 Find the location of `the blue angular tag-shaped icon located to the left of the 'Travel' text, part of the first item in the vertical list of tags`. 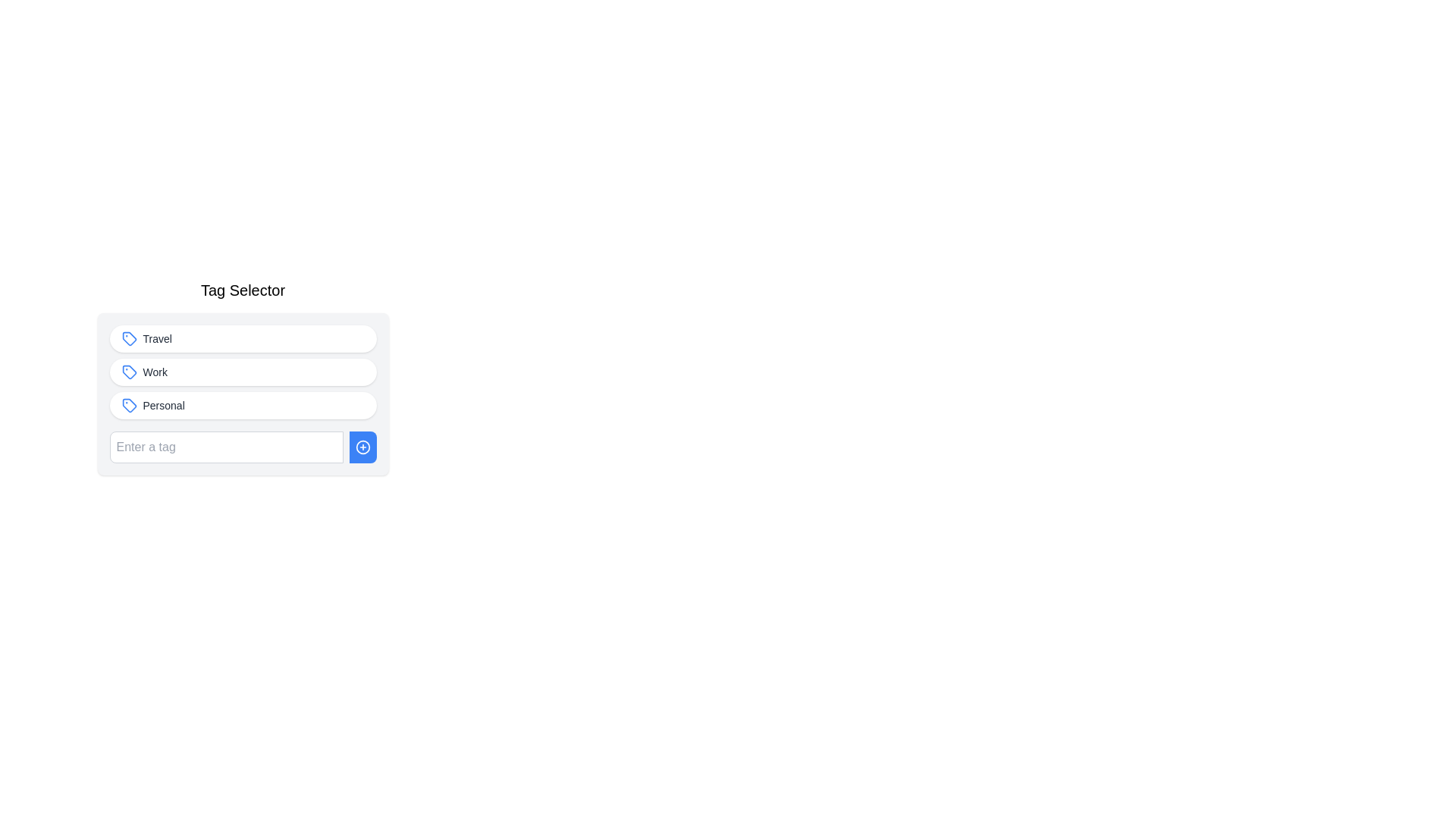

the blue angular tag-shaped icon located to the left of the 'Travel' text, part of the first item in the vertical list of tags is located at coordinates (129, 338).